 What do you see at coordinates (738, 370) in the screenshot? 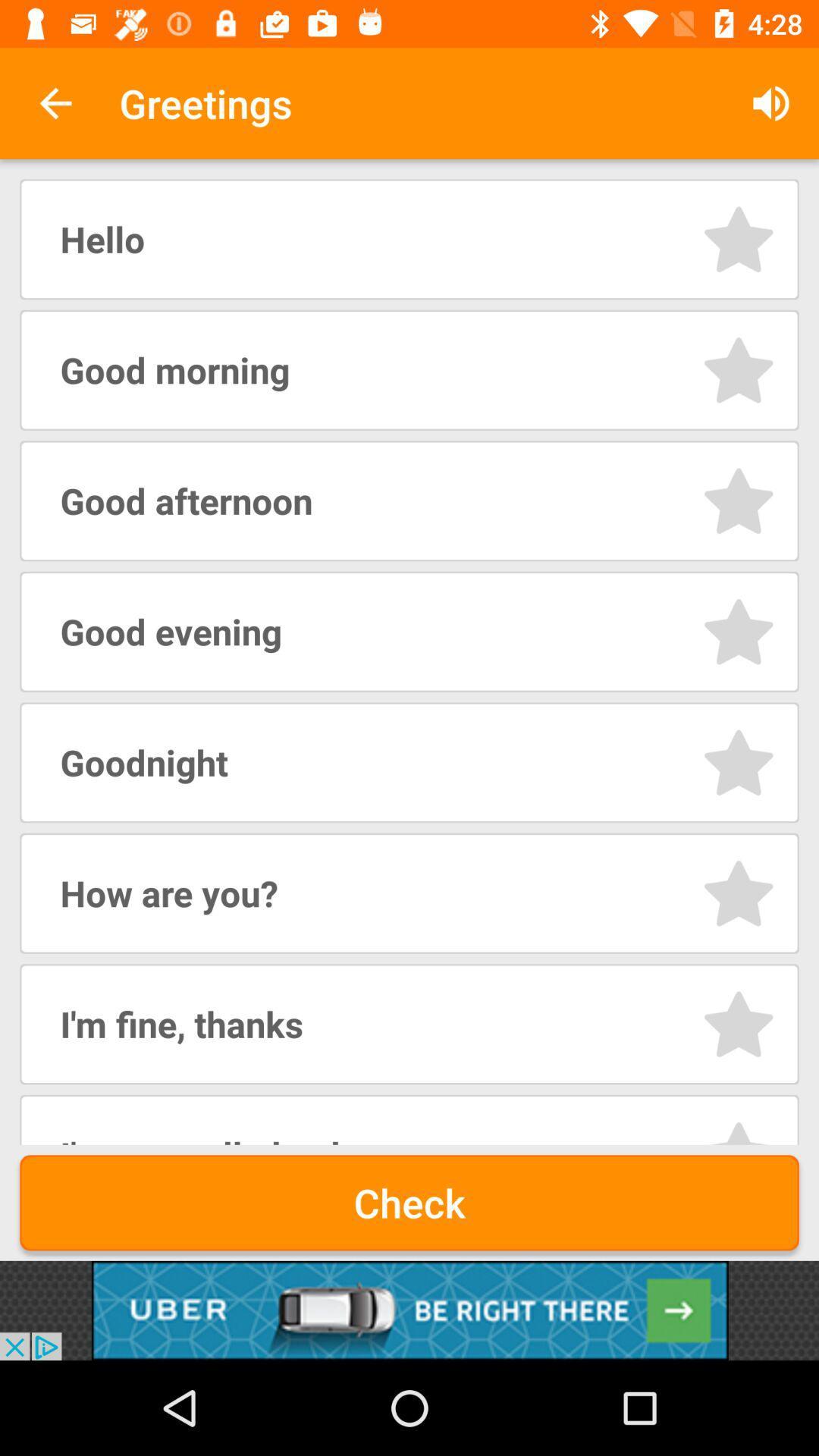
I see `'good morning` at bounding box center [738, 370].